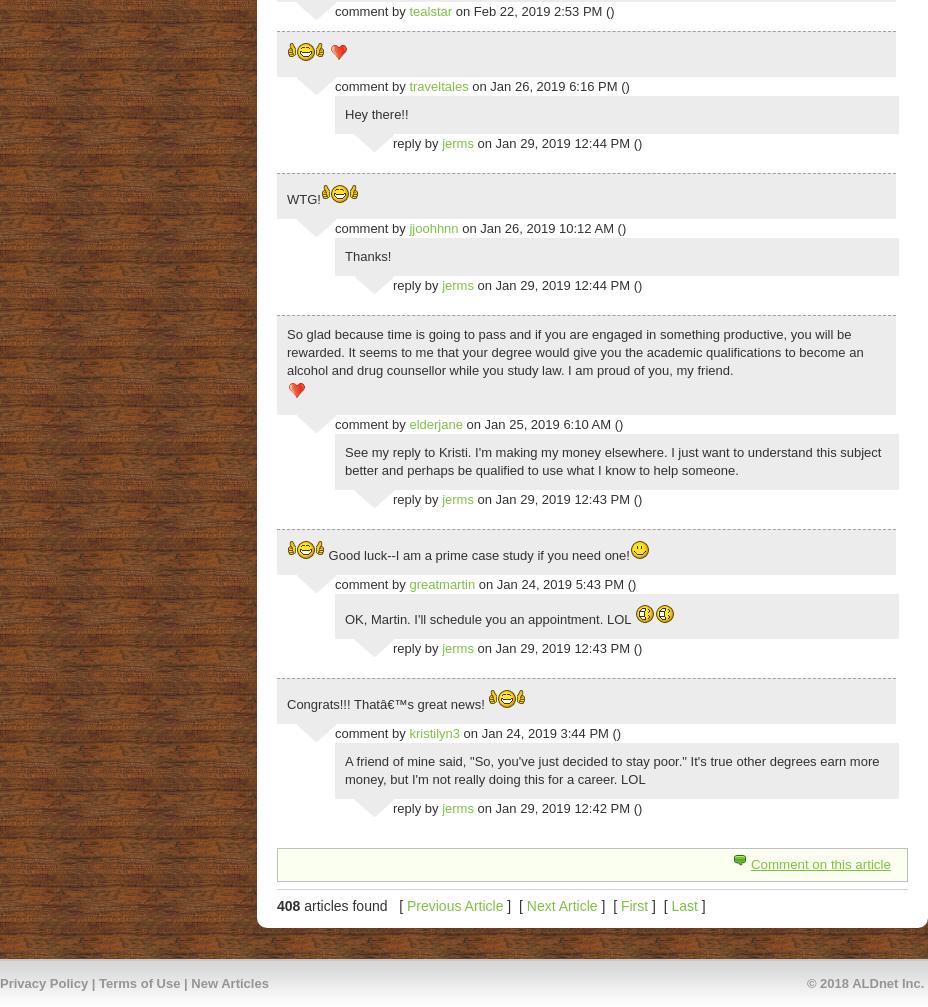 This screenshot has height=1007, width=928. Describe the element at coordinates (488, 618) in the screenshot. I see `'OK, Martin. I'll schedule you an appointment. LOL'` at that location.